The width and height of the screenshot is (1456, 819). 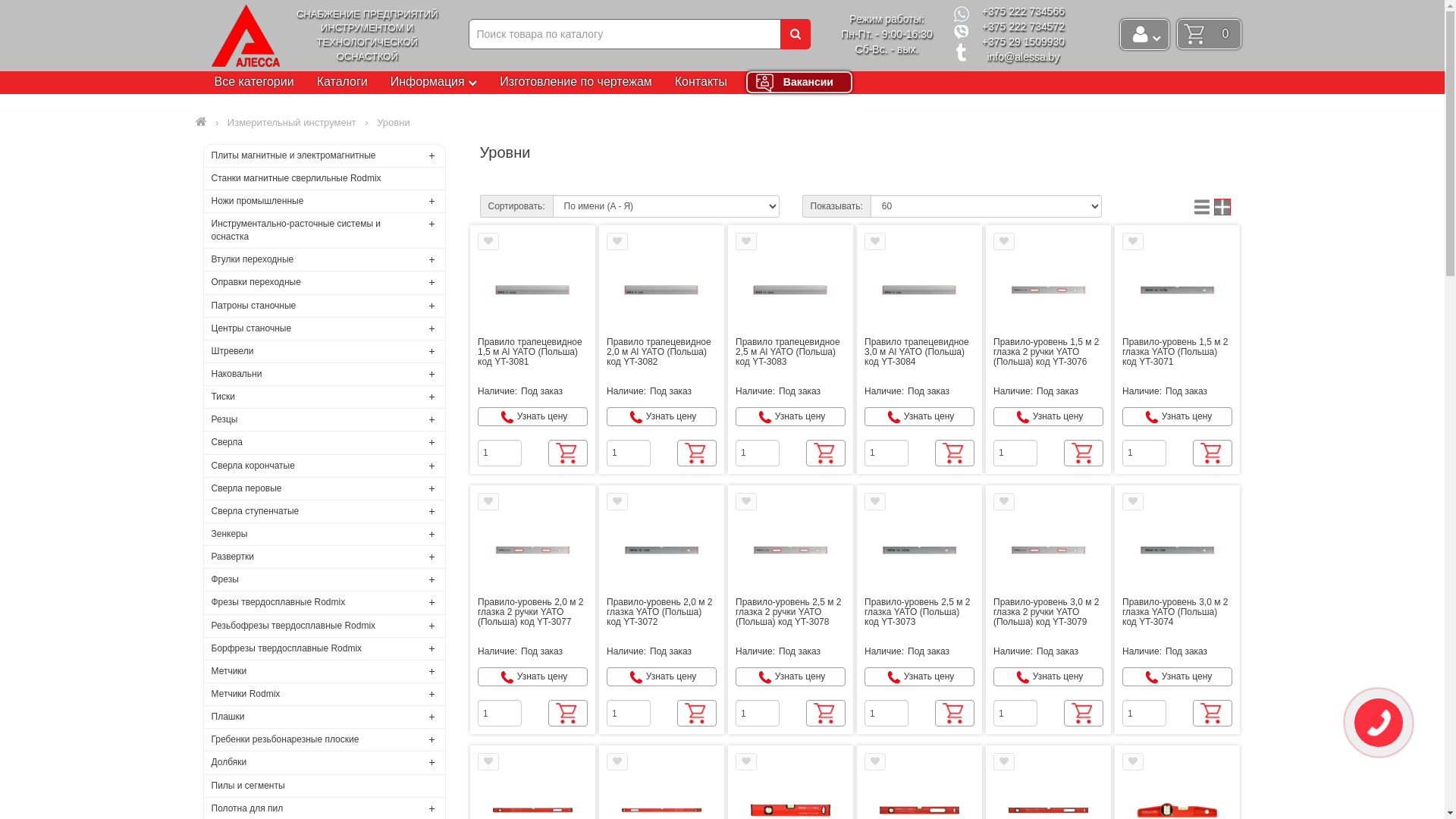 What do you see at coordinates (982, 40) in the screenshot?
I see `'+375 29 1509930'` at bounding box center [982, 40].